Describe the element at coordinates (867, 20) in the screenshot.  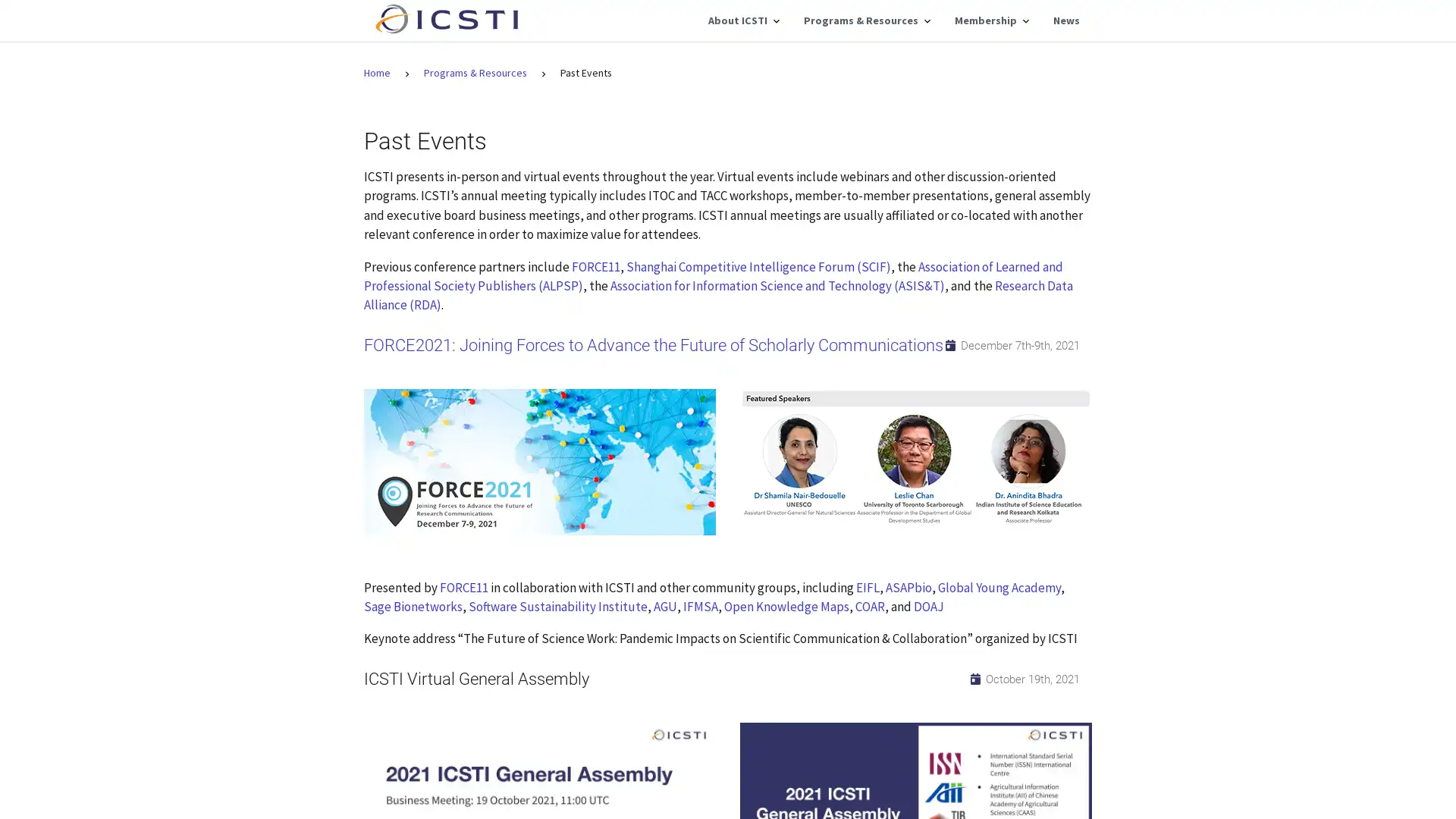
I see `Programs & Resources` at that location.